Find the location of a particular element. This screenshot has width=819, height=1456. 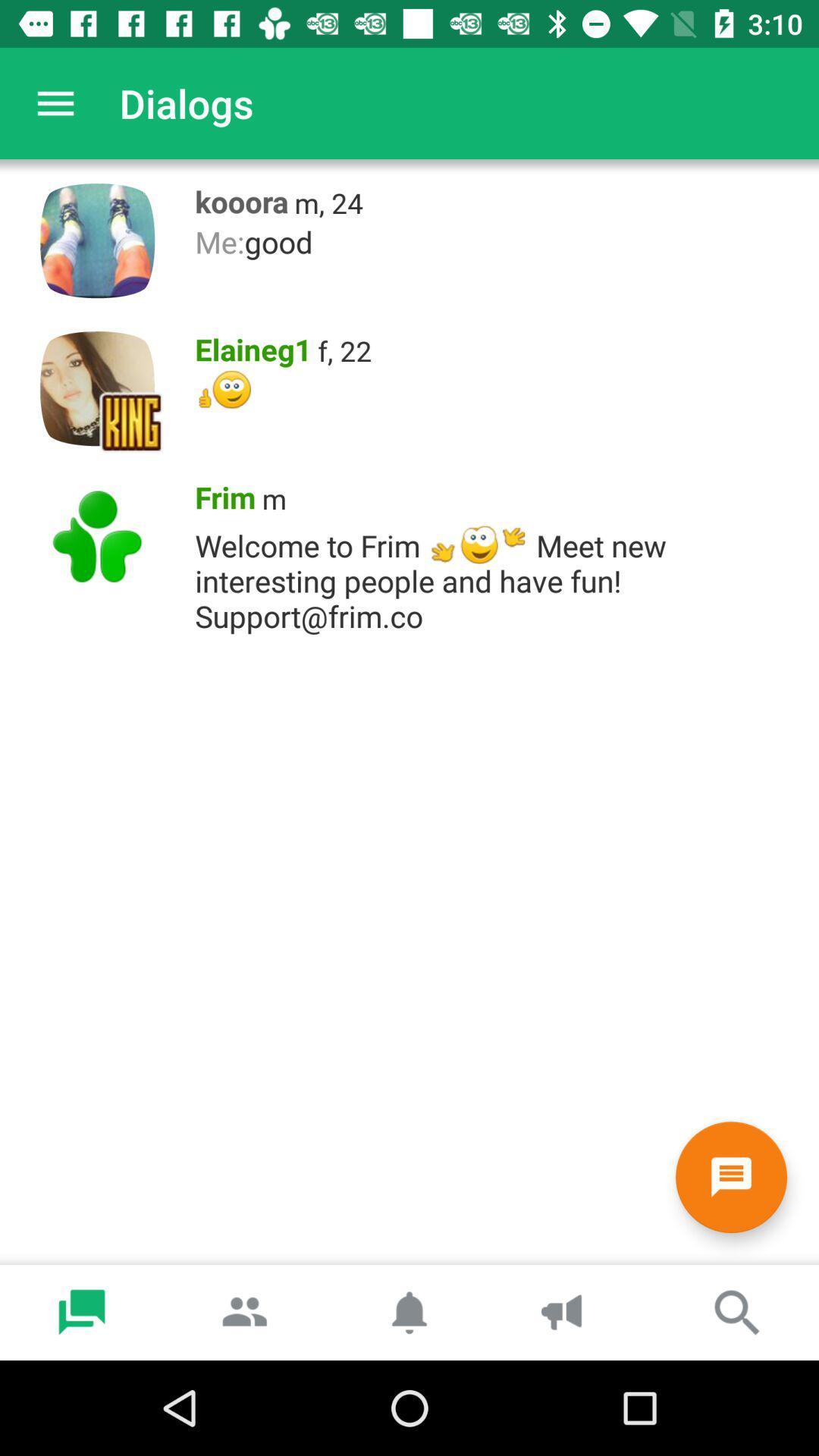

the elaineg1 is located at coordinates (247, 345).